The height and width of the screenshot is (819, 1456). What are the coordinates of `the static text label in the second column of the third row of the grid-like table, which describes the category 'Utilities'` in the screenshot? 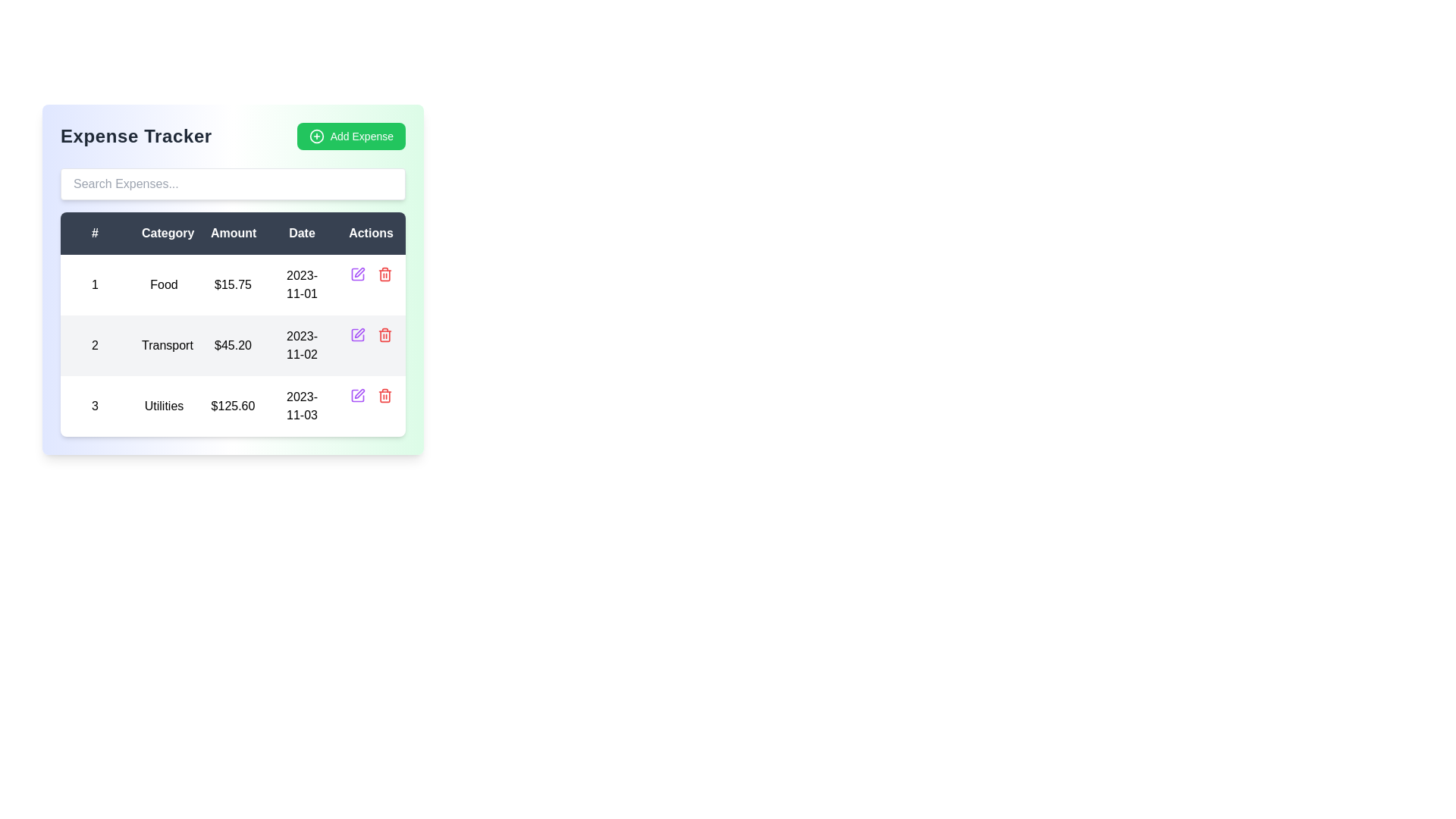 It's located at (164, 406).